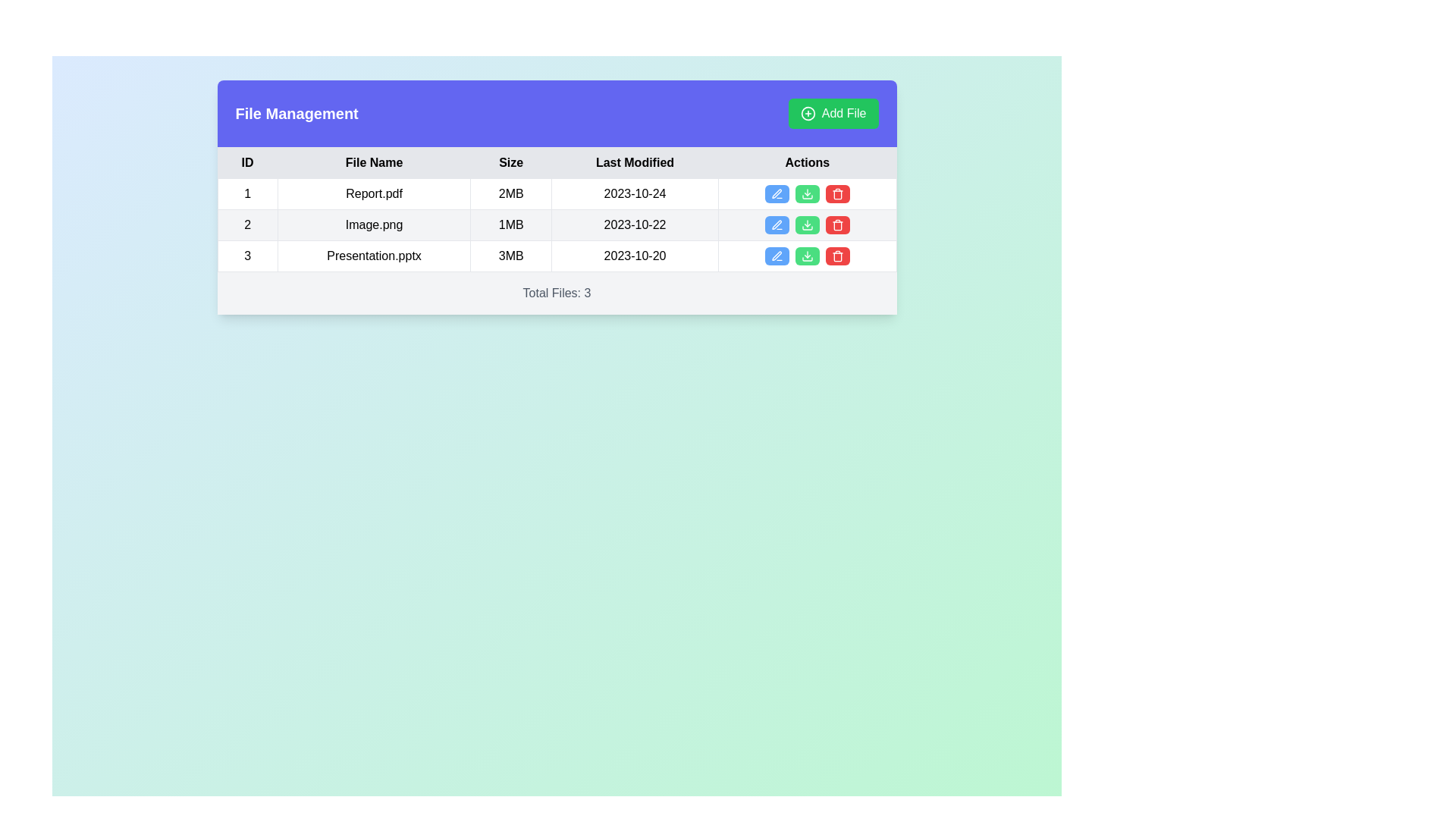 This screenshot has width=1456, height=819. Describe the element at coordinates (777, 225) in the screenshot. I see `the edit button with a pen icon in the 'Actions' column of the second row in the table` at that location.